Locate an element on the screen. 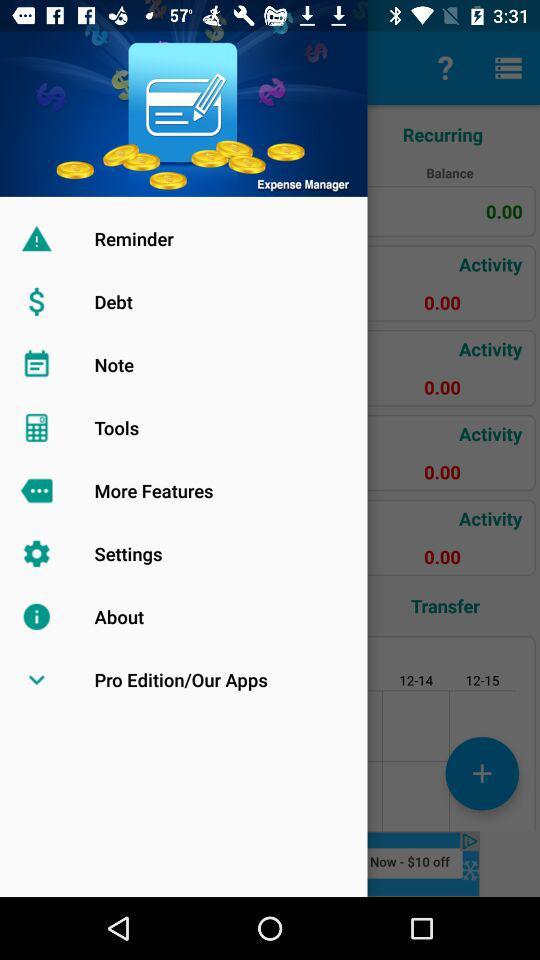 This screenshot has width=540, height=960. the add icon is located at coordinates (481, 772).